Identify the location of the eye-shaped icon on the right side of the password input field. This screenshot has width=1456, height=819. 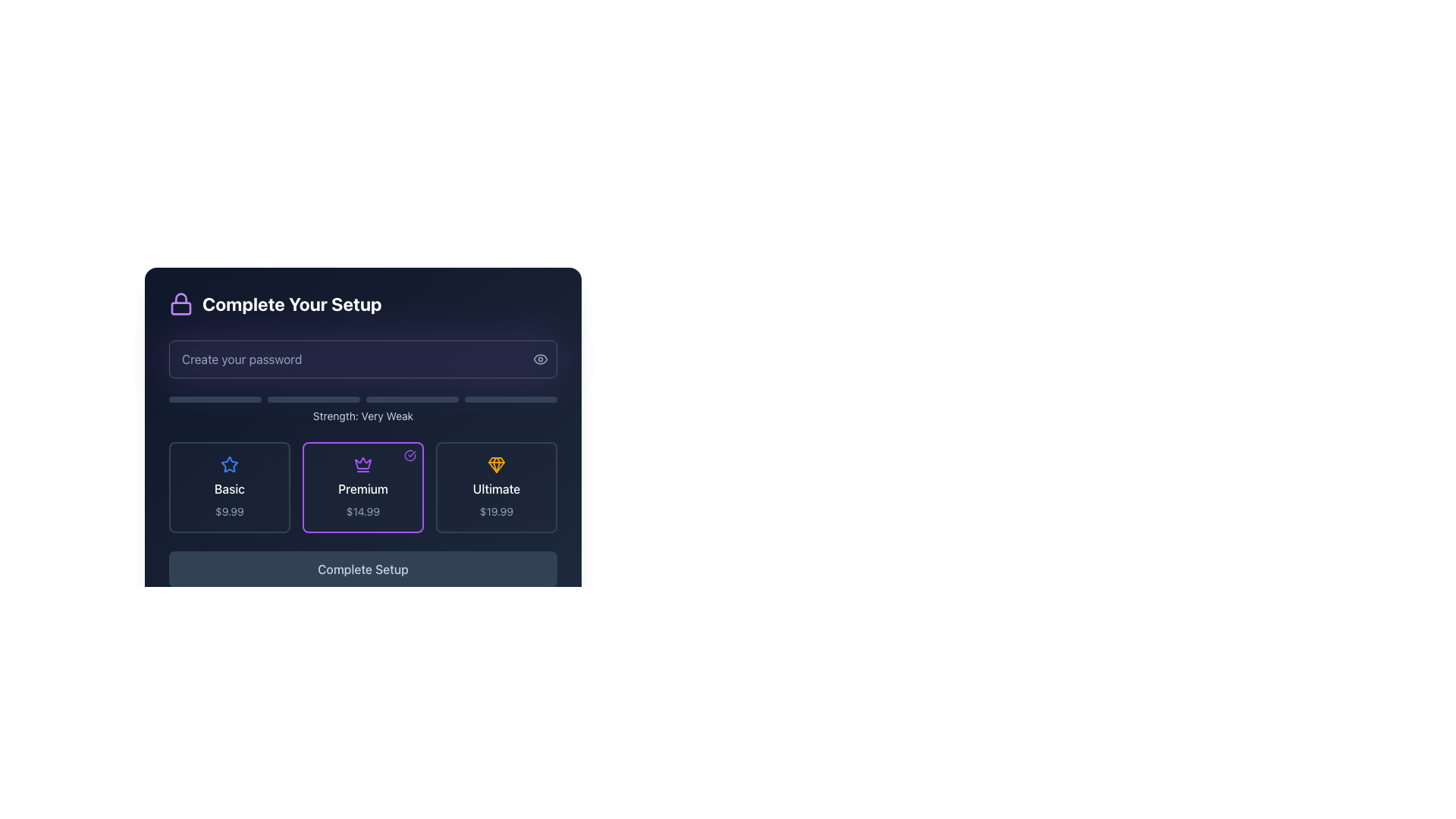
(541, 359).